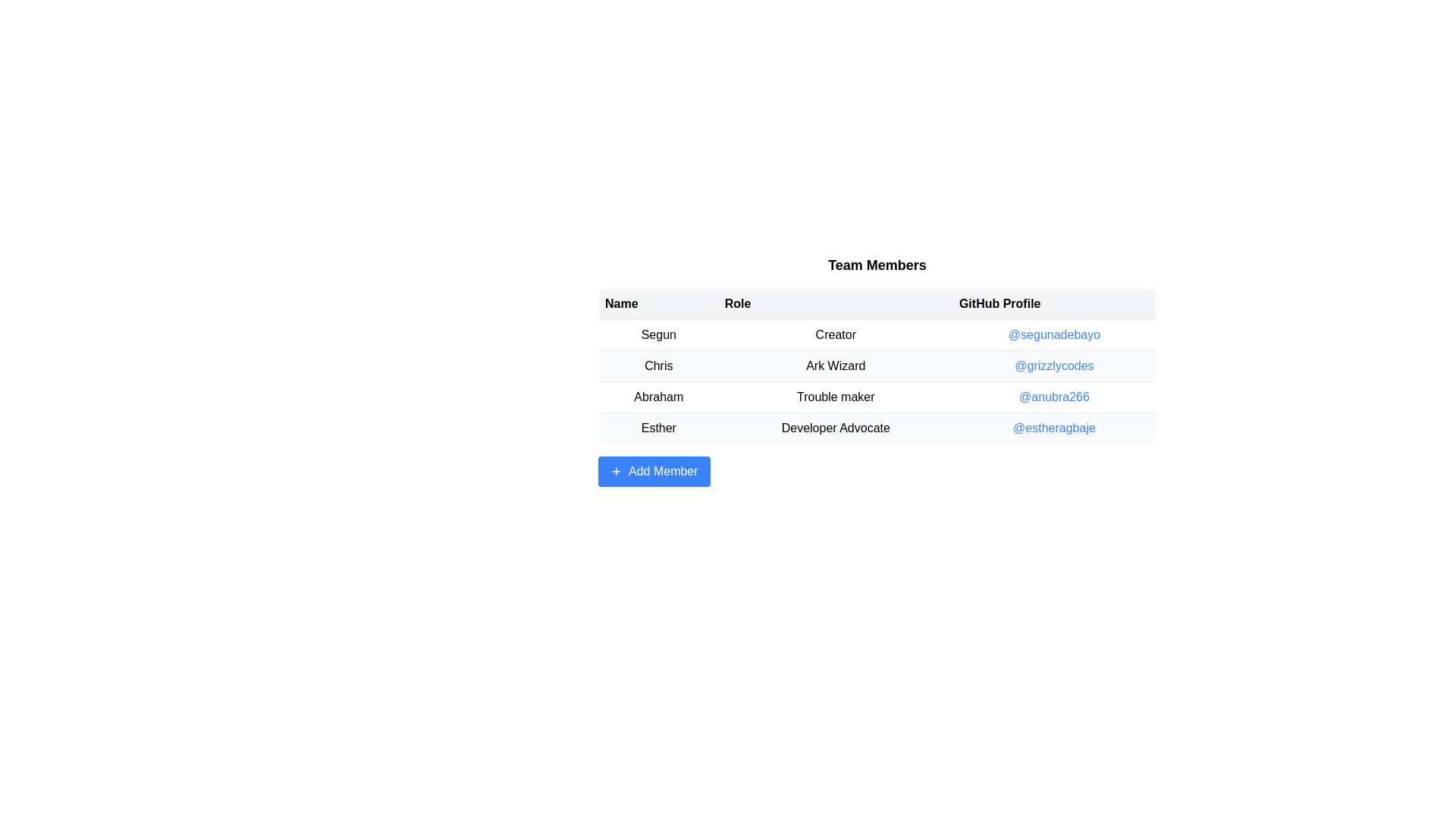 The image size is (1456, 819). I want to click on the clickable hyperlink text for the GitHub profile of user '@anubra266' located, so click(1053, 397).